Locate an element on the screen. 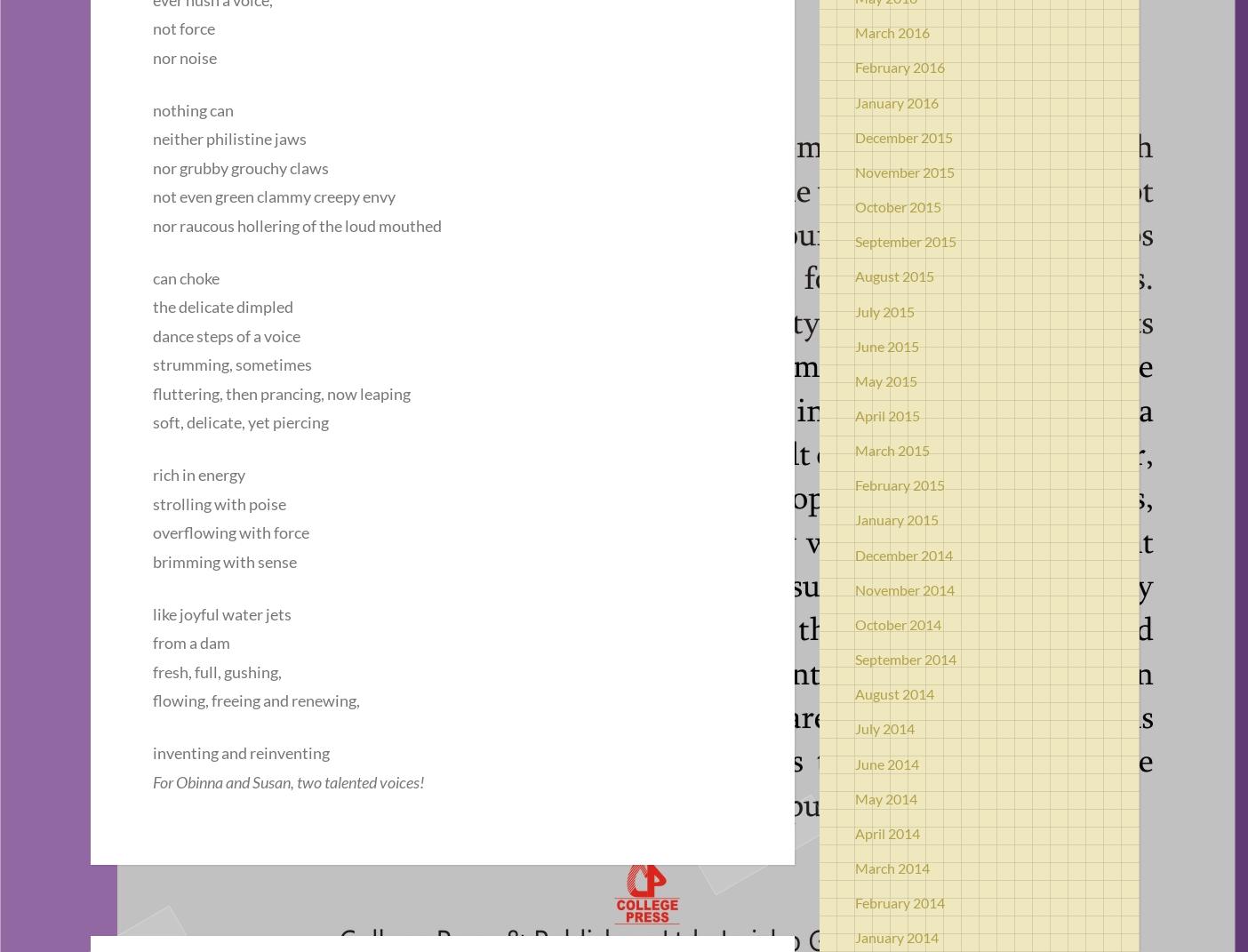  'not force' is located at coordinates (183, 28).